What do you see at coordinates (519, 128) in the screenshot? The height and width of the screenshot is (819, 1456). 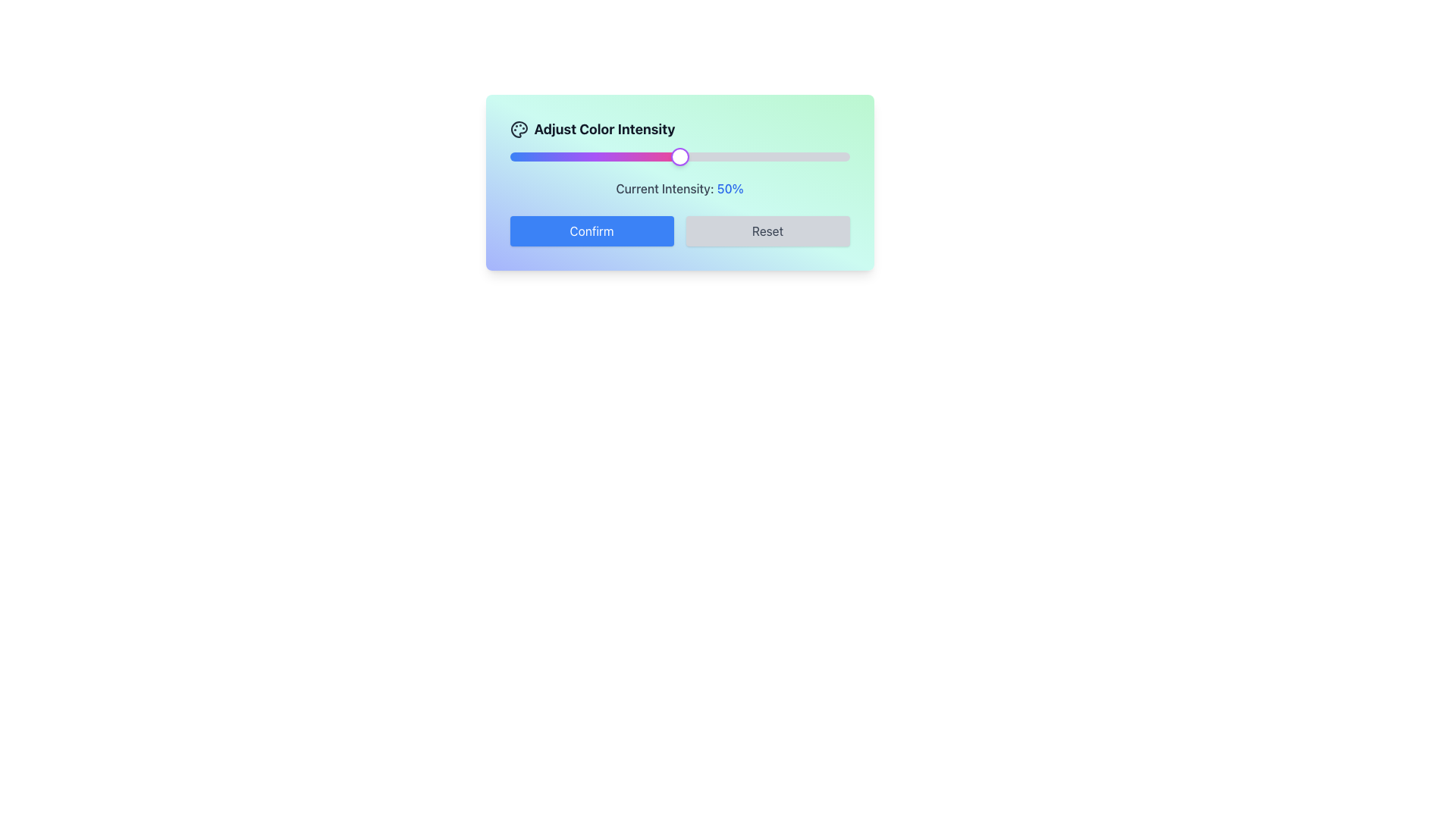 I see `the decorative icon next to the 'Adjust Color Intensity' text in the modal header` at bounding box center [519, 128].